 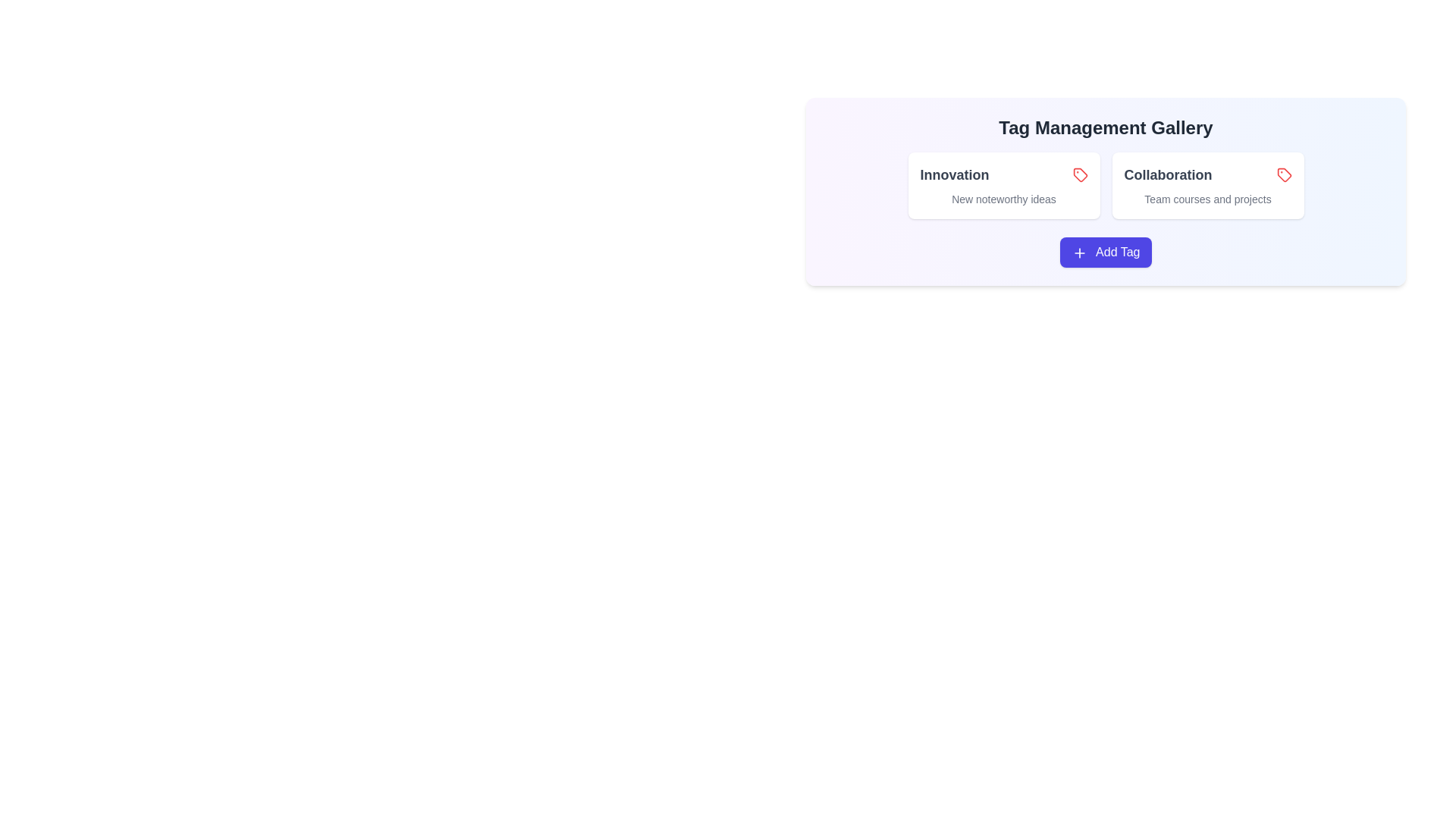 I want to click on the Text label indicating 'Collaboration' in the second card of the Tag Management Gallery section, so click(x=1167, y=174).